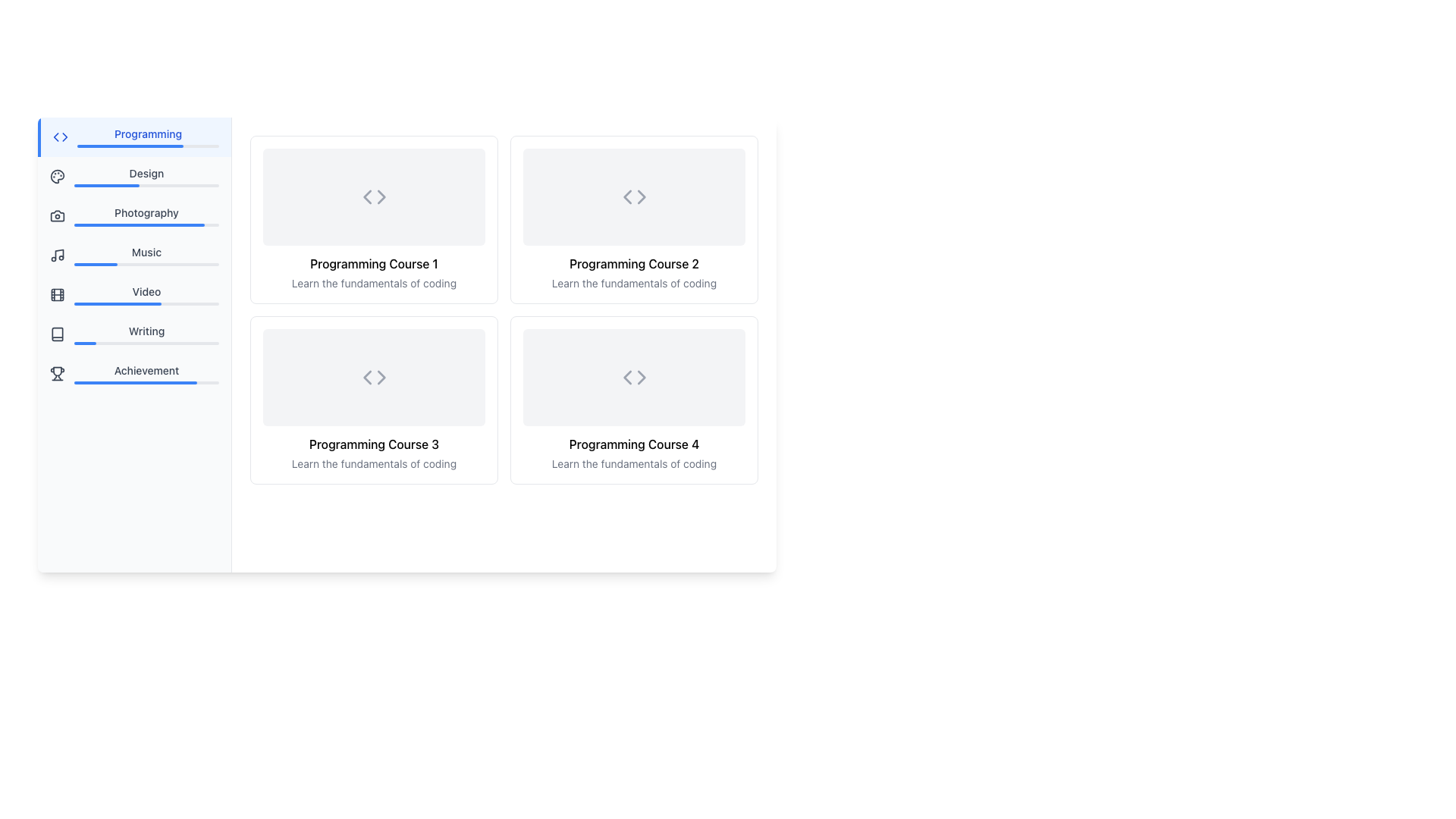 This screenshot has width=1456, height=819. What do you see at coordinates (134, 295) in the screenshot?
I see `the 'Video' button in the vertical sidebar menu, which is the fifth item in the list and has a film reel icon next to the text` at bounding box center [134, 295].